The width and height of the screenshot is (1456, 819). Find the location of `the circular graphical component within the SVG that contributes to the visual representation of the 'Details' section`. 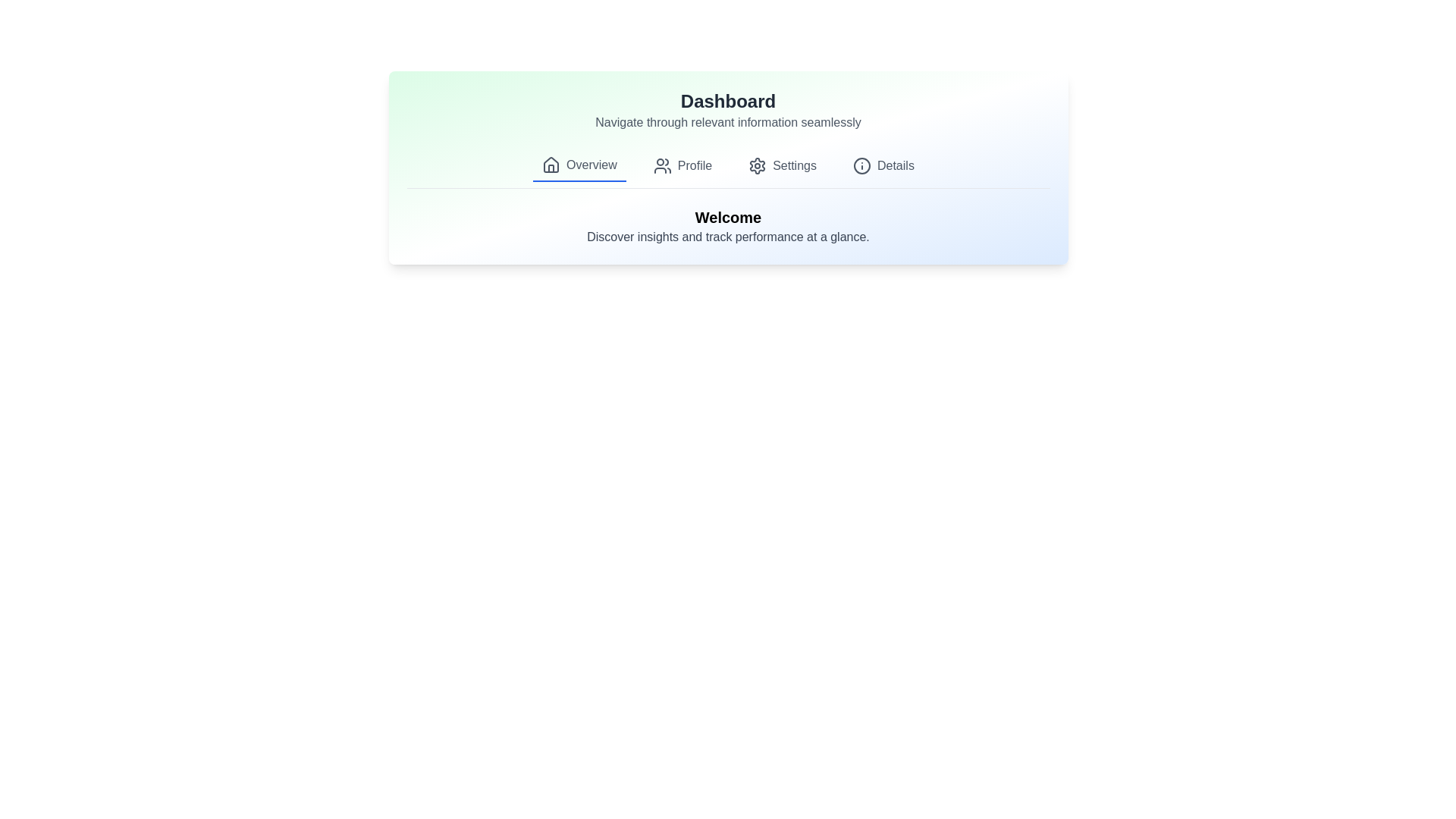

the circular graphical component within the SVG that contributes to the visual representation of the 'Details' section is located at coordinates (862, 166).